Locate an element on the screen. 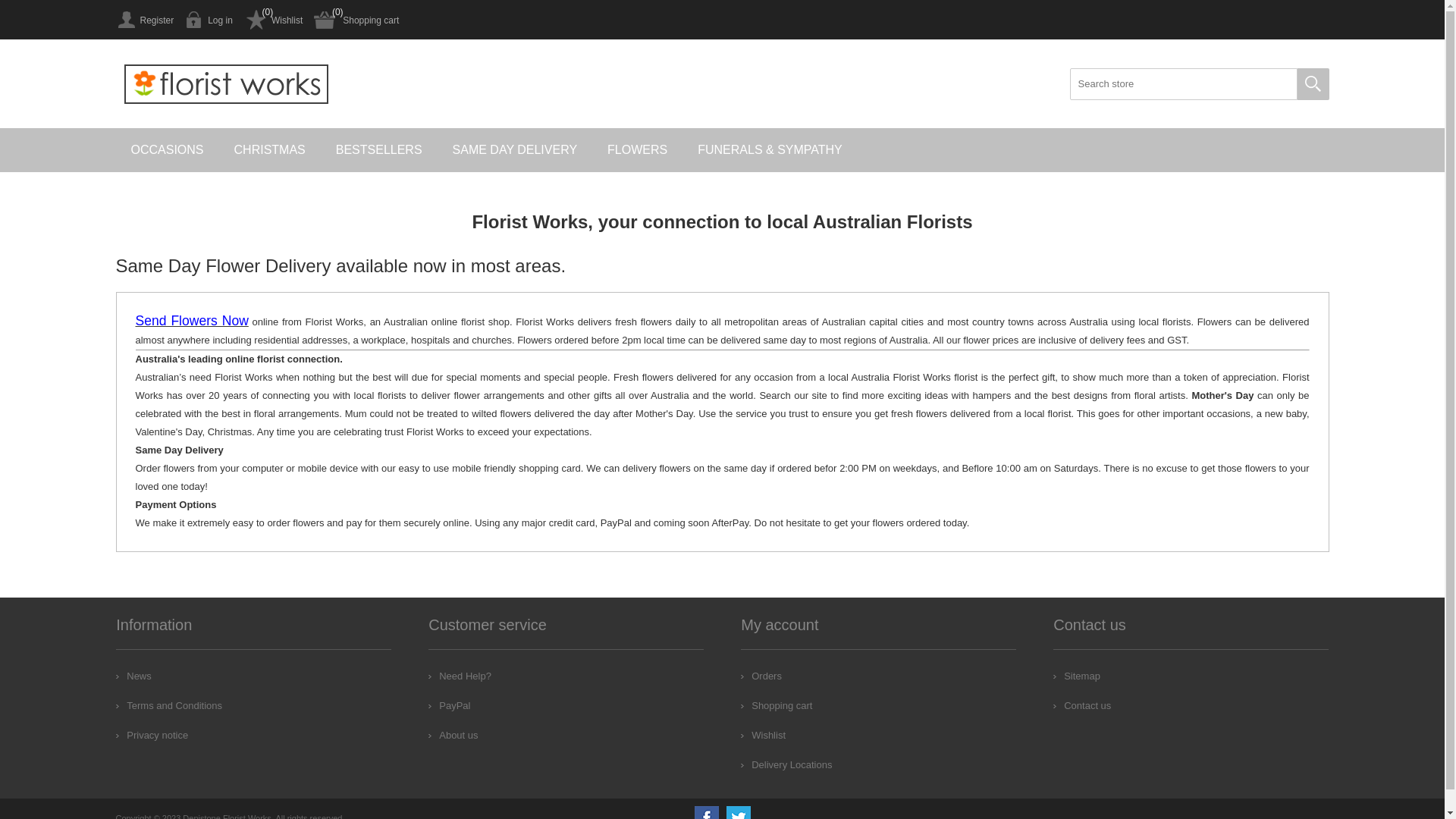 The width and height of the screenshot is (1456, 819). 'CHRISTMAS' is located at coordinates (269, 149).